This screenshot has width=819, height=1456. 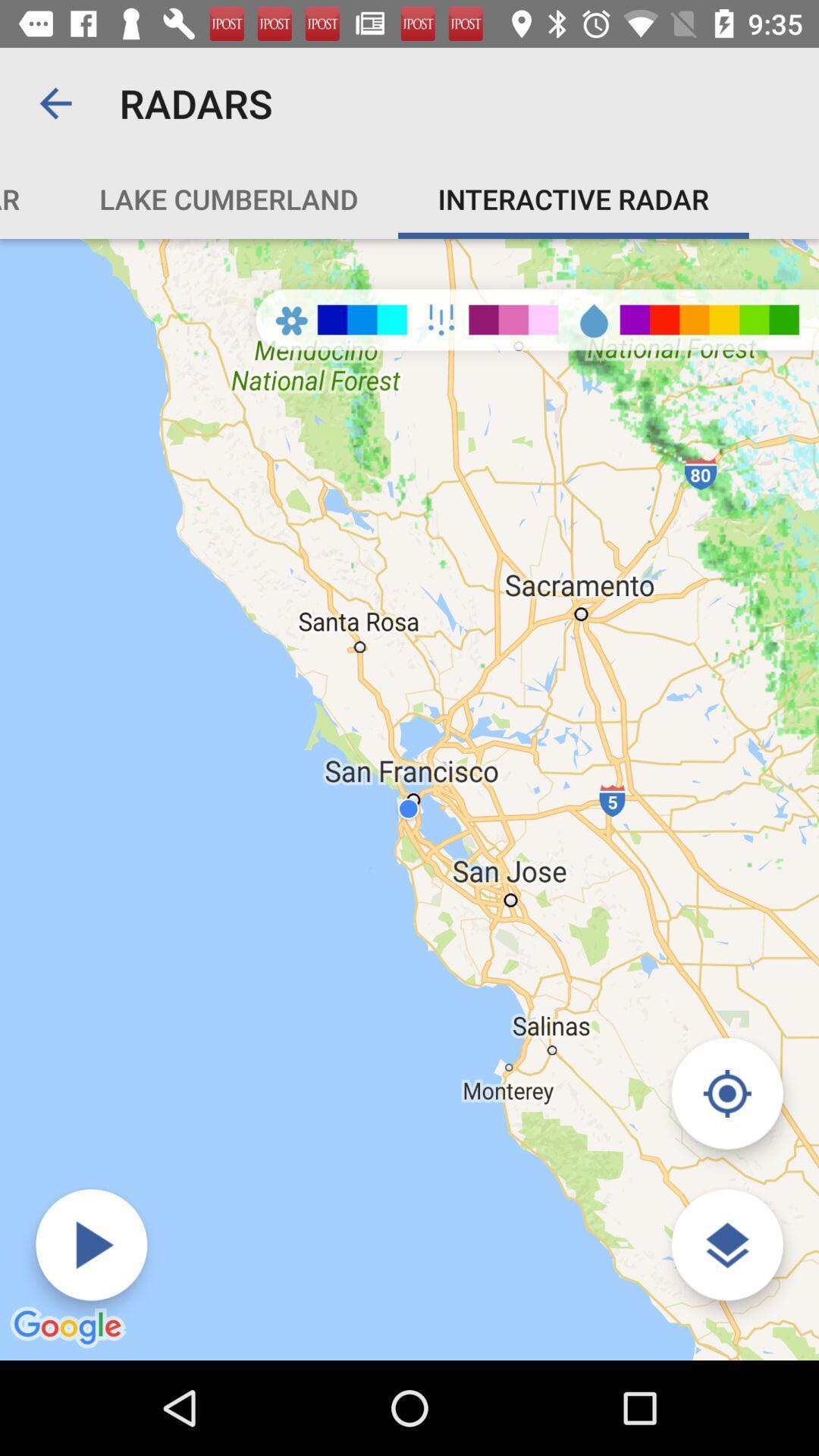 I want to click on icon below lake cumberland icon, so click(x=91, y=1244).